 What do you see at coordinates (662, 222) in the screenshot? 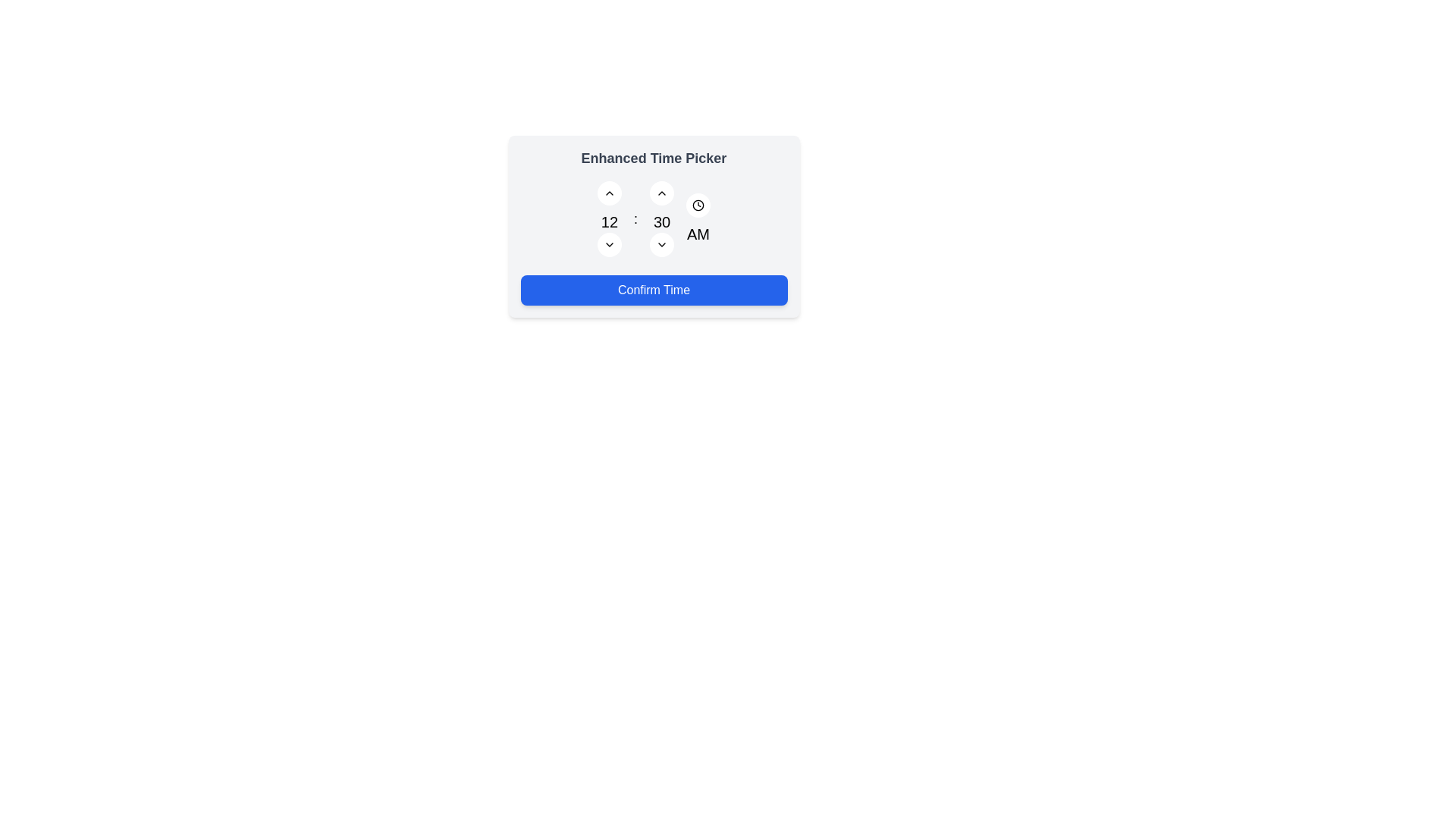
I see `the Text Display element that shows the currently selected minute value in the time selection interface, positioned centrally between the up and down arrow icons` at bounding box center [662, 222].